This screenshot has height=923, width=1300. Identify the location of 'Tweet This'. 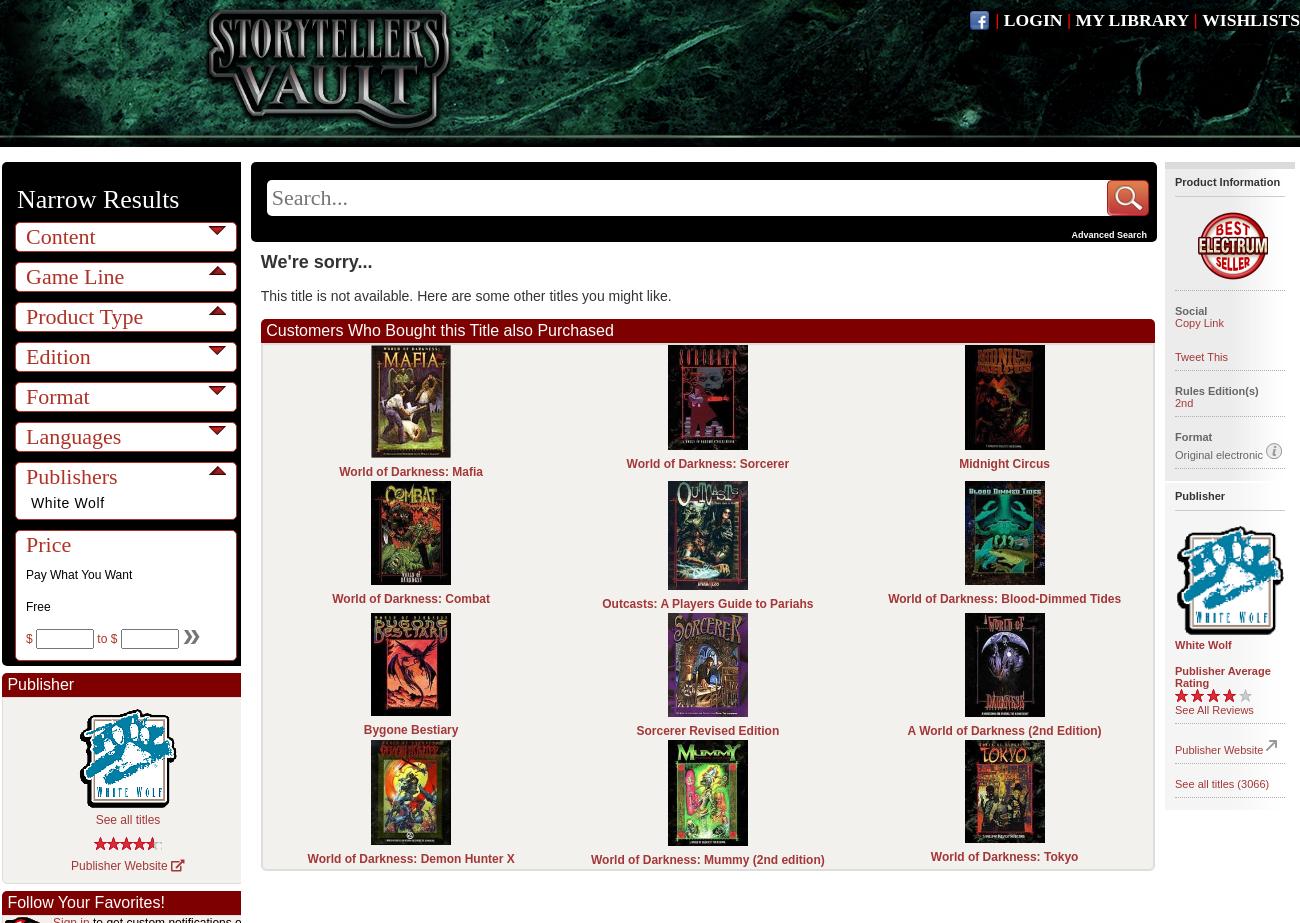
(1174, 357).